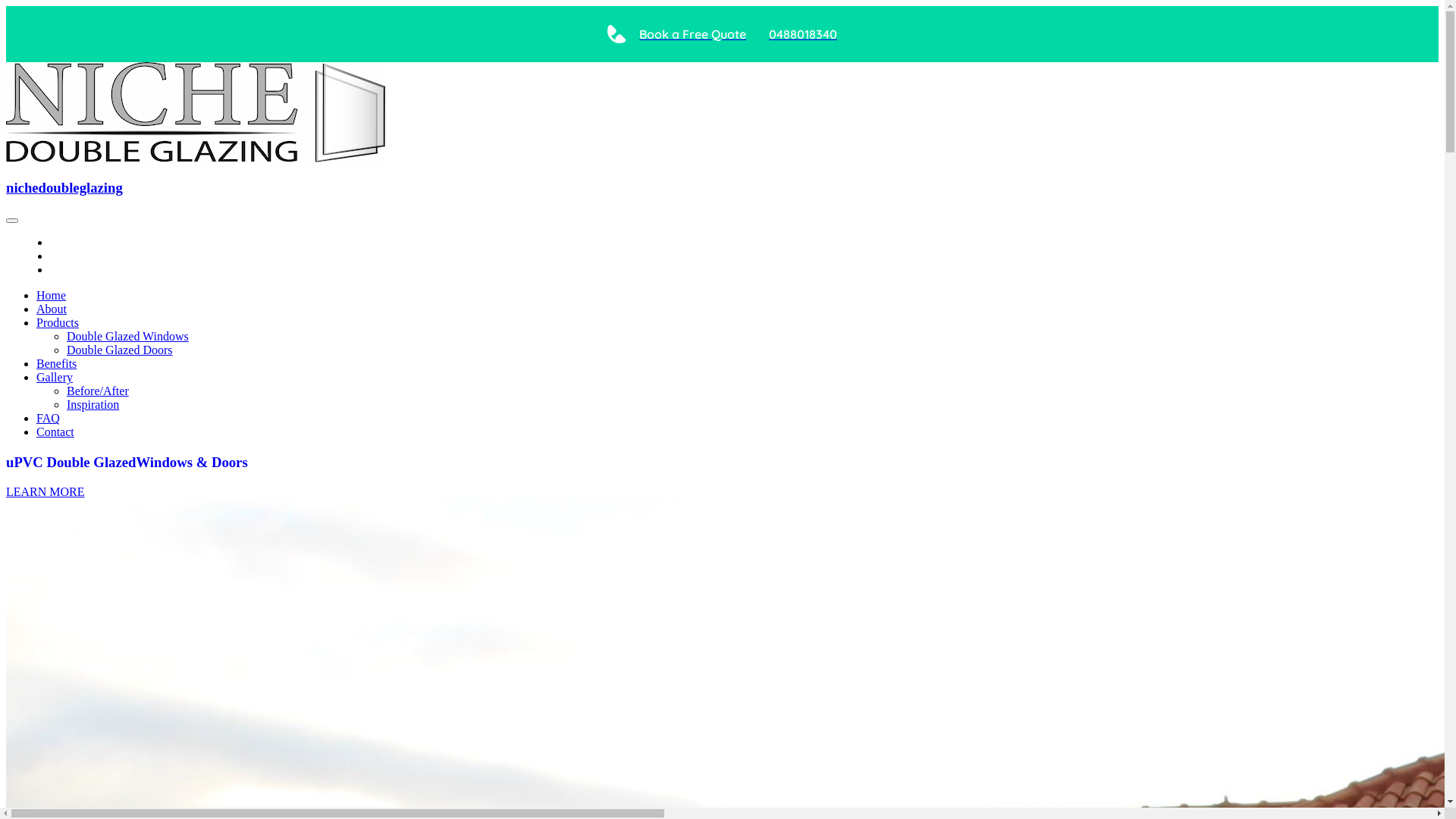 Image resolution: width=1456 pixels, height=819 pixels. I want to click on 'Gallery', so click(55, 376).